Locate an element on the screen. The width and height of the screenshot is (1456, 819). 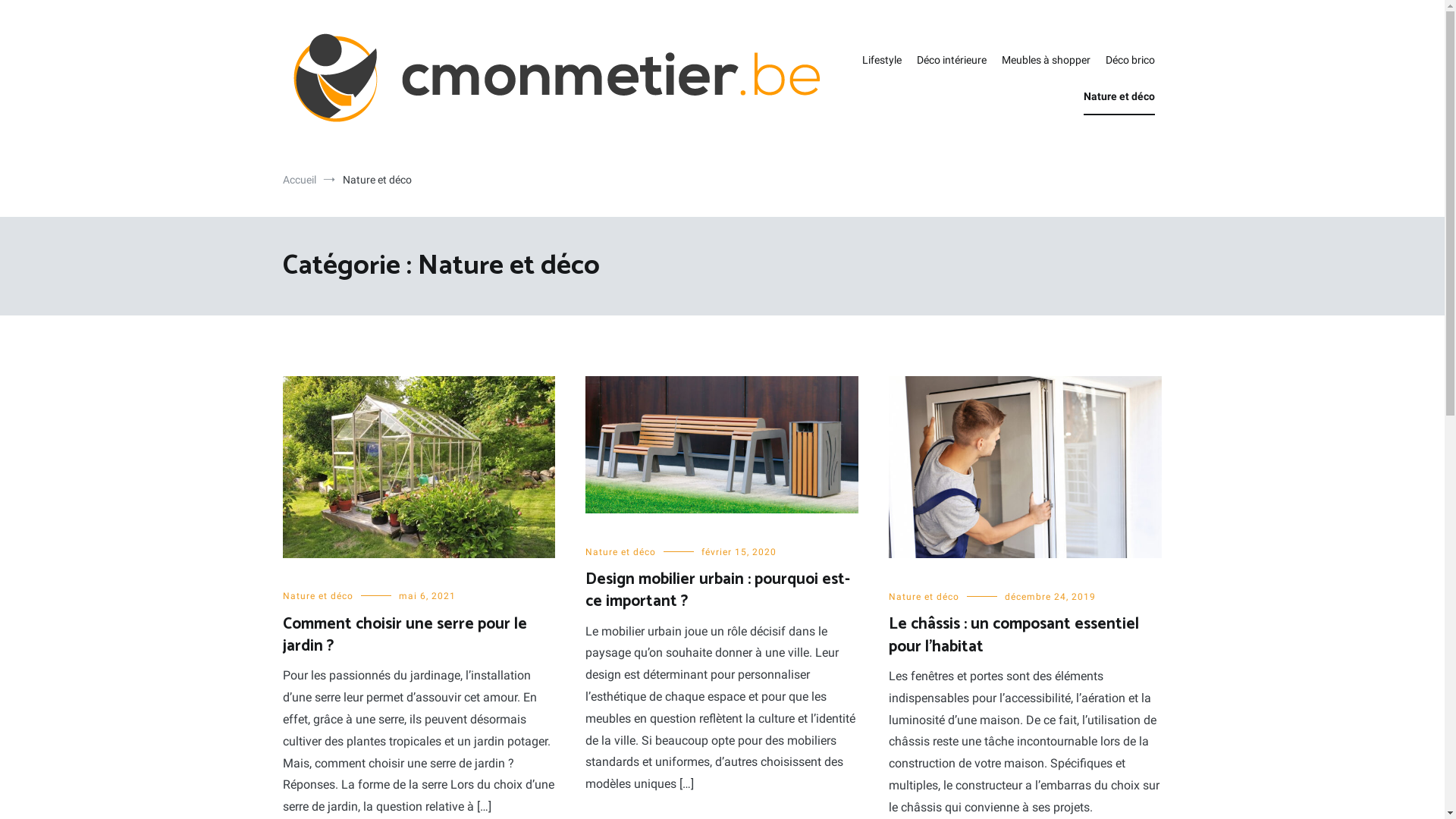
'mai 6, 2021' is located at coordinates (399, 595).